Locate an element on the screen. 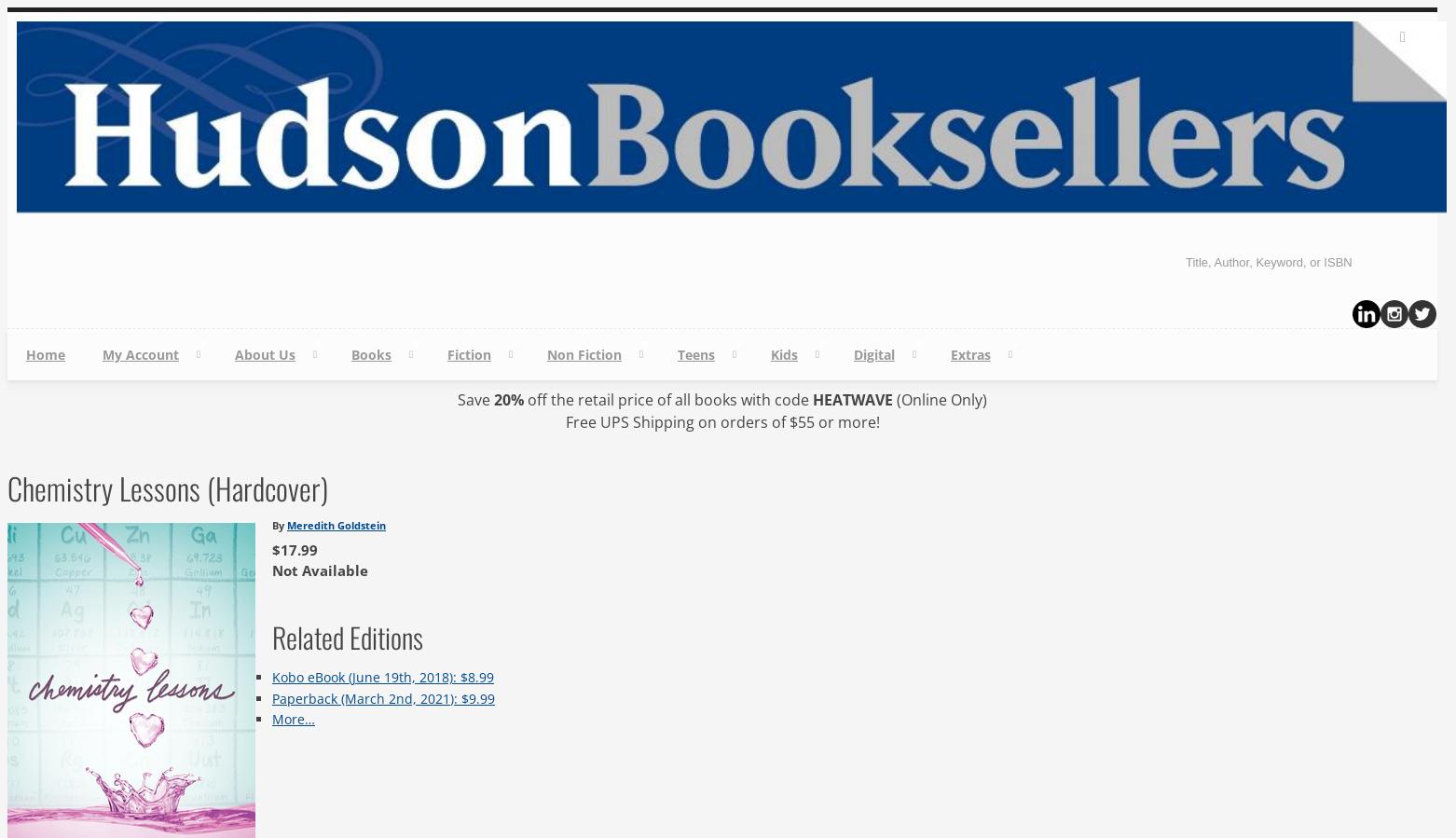  'Save' is located at coordinates (456, 399).